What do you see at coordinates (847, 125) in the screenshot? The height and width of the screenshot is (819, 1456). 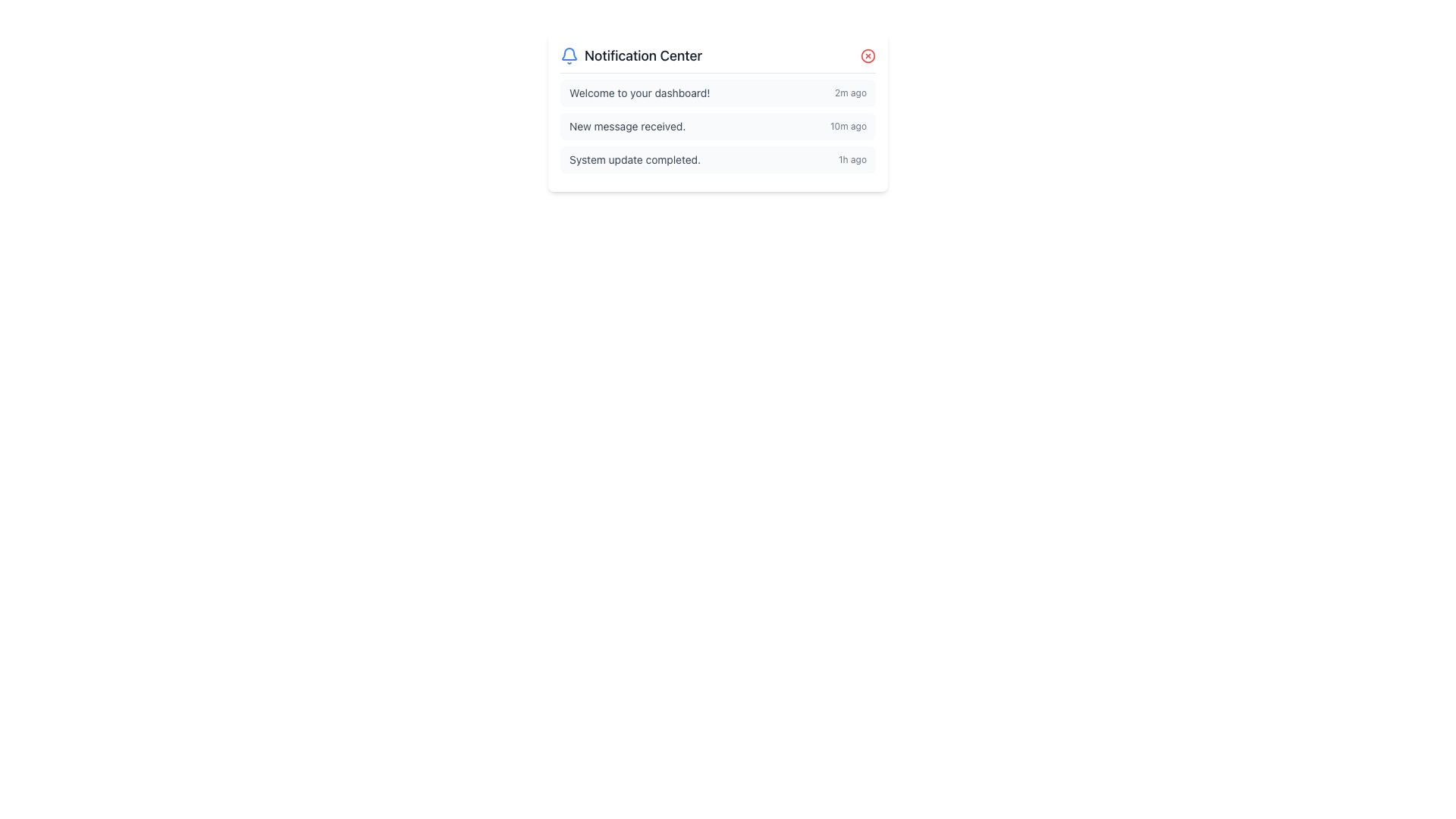 I see `the static text element that displays the timestamp of the notification 'New message received.' located at the end of the second notification message row in the Notification Center panel` at bounding box center [847, 125].